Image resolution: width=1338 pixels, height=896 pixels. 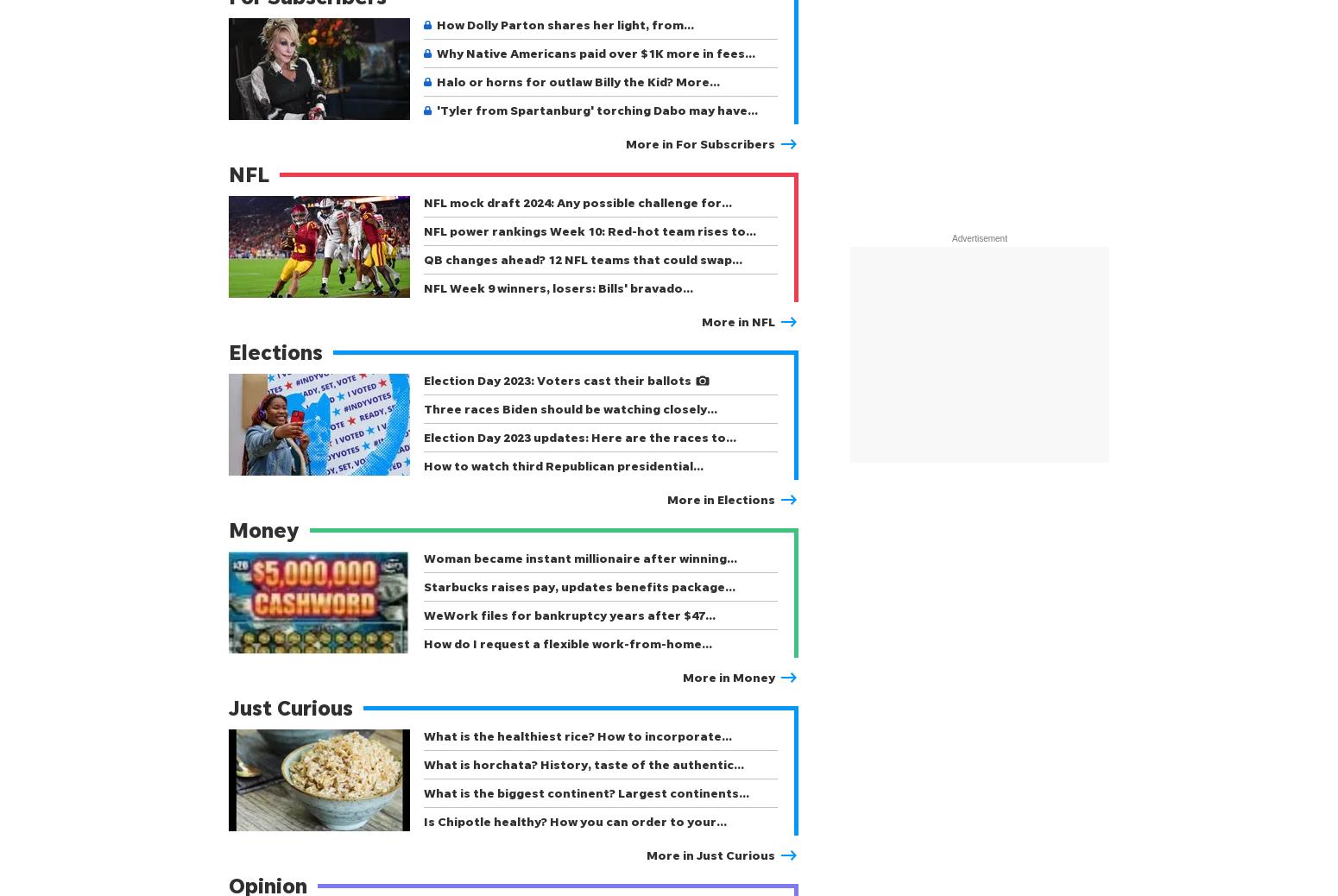 I want to click on 'What is horchata? History, taste of the authentic…', so click(x=583, y=764).